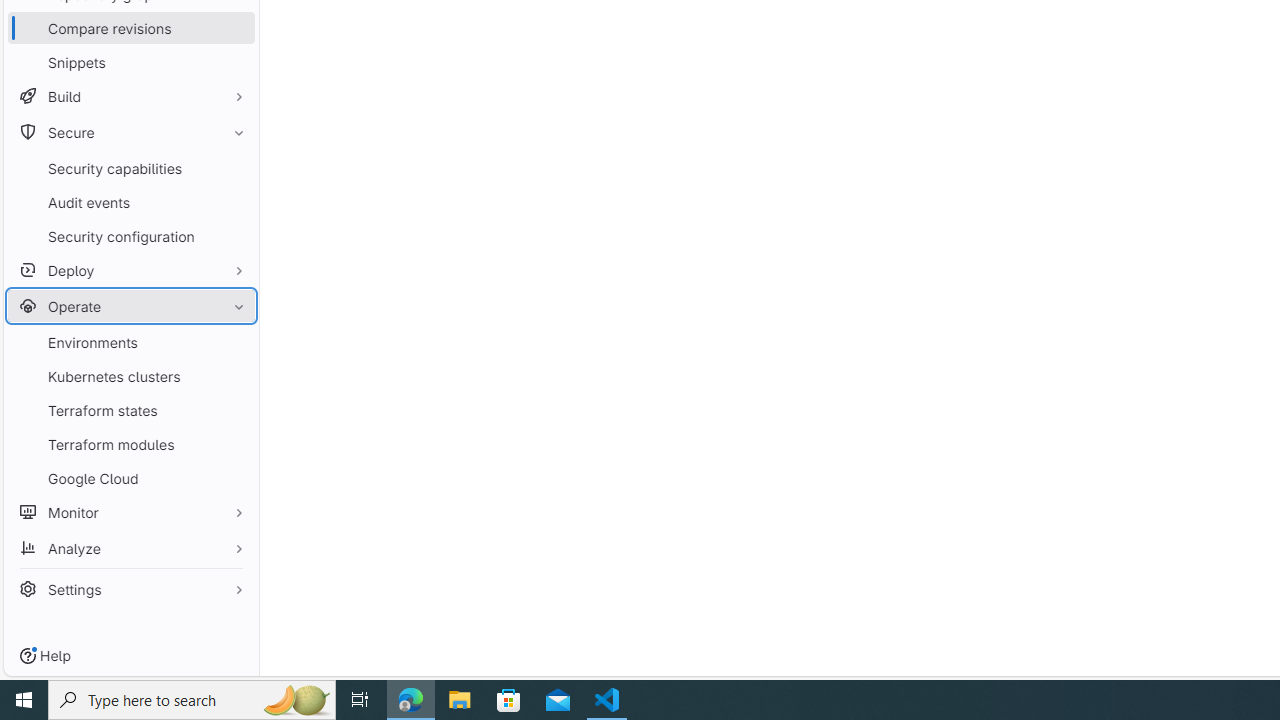 The image size is (1280, 720). I want to click on 'Terraform modules', so click(130, 443).